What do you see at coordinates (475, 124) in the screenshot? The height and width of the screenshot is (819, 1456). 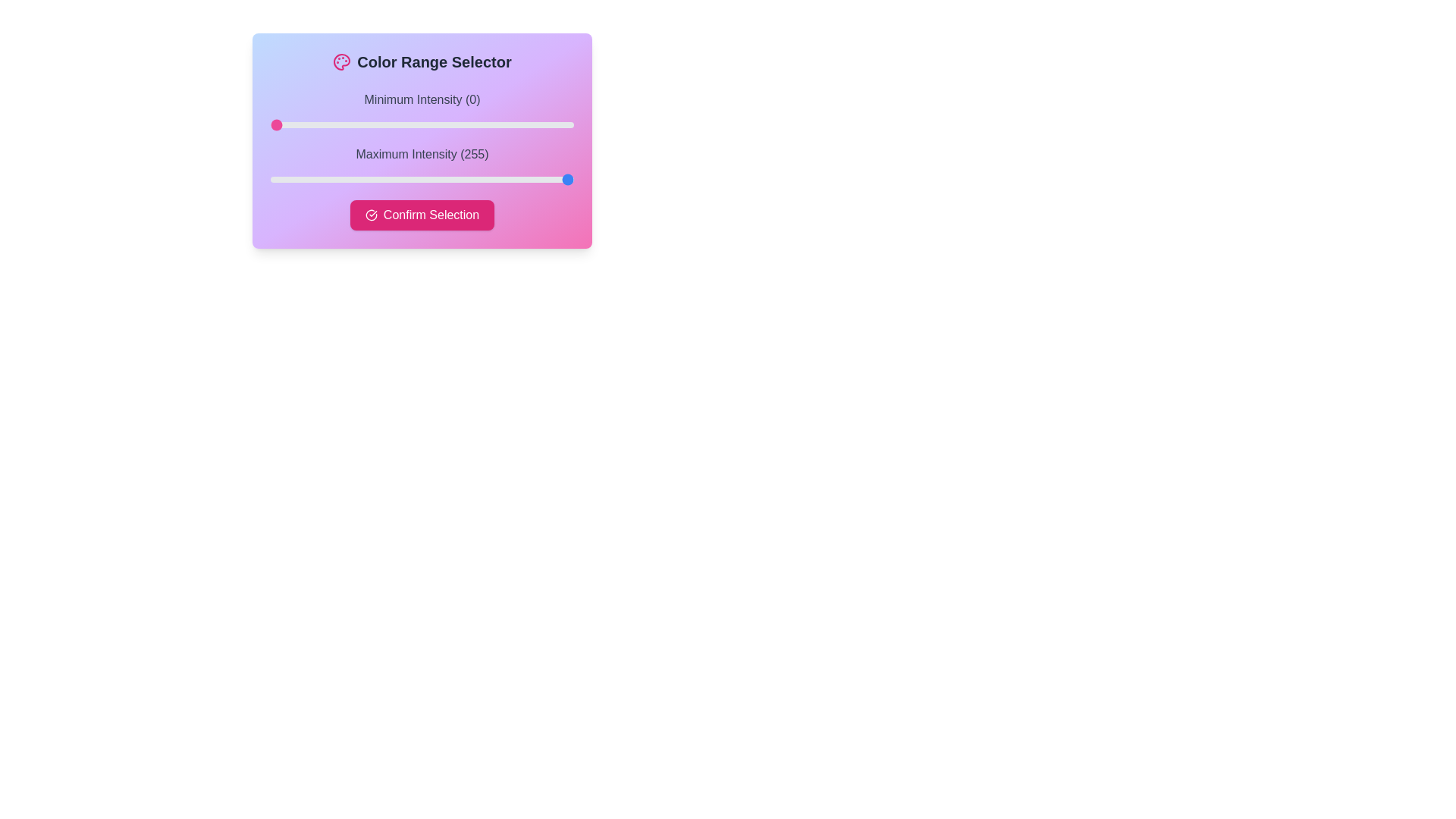 I see `the minimum intensity slider to 173 value` at bounding box center [475, 124].